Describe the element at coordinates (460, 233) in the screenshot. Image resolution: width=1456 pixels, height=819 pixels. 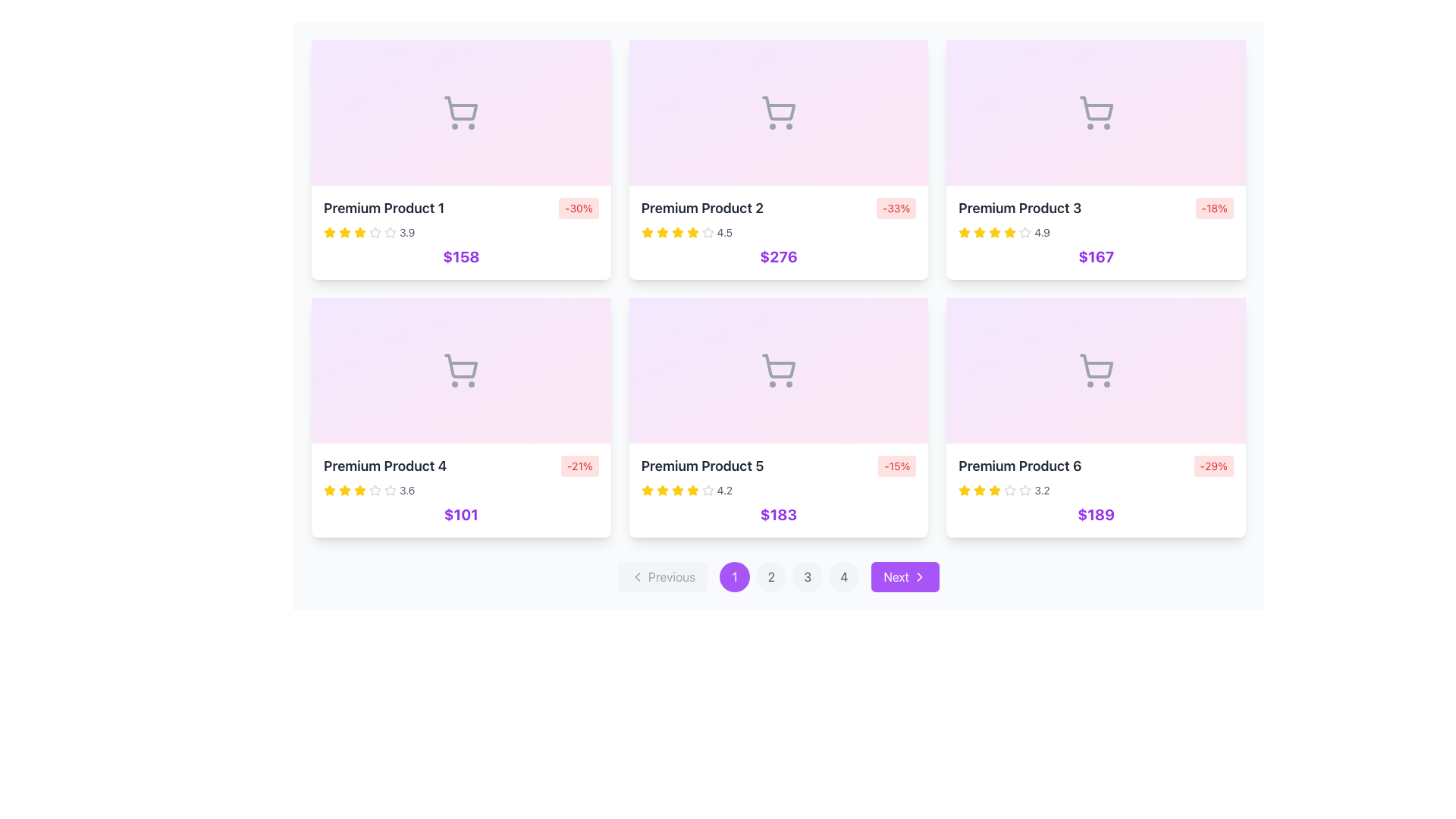
I see `the price of the product card located in the first column and second row of the product section to potentially add the item to a cart` at that location.